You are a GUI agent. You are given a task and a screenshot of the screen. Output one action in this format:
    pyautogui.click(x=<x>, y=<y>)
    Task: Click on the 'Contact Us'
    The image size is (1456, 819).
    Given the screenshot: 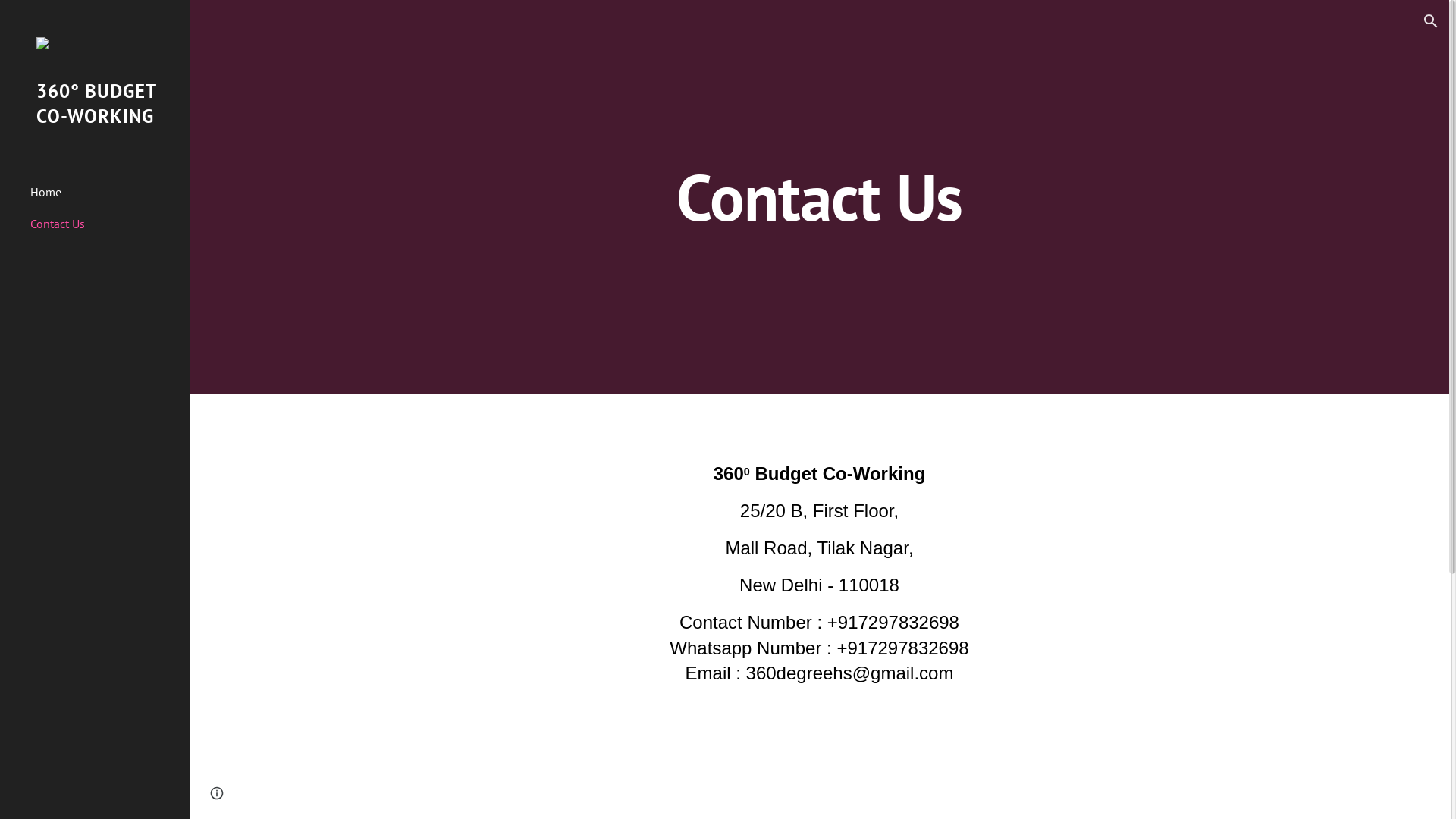 What is the action you would take?
    pyautogui.click(x=103, y=224)
    